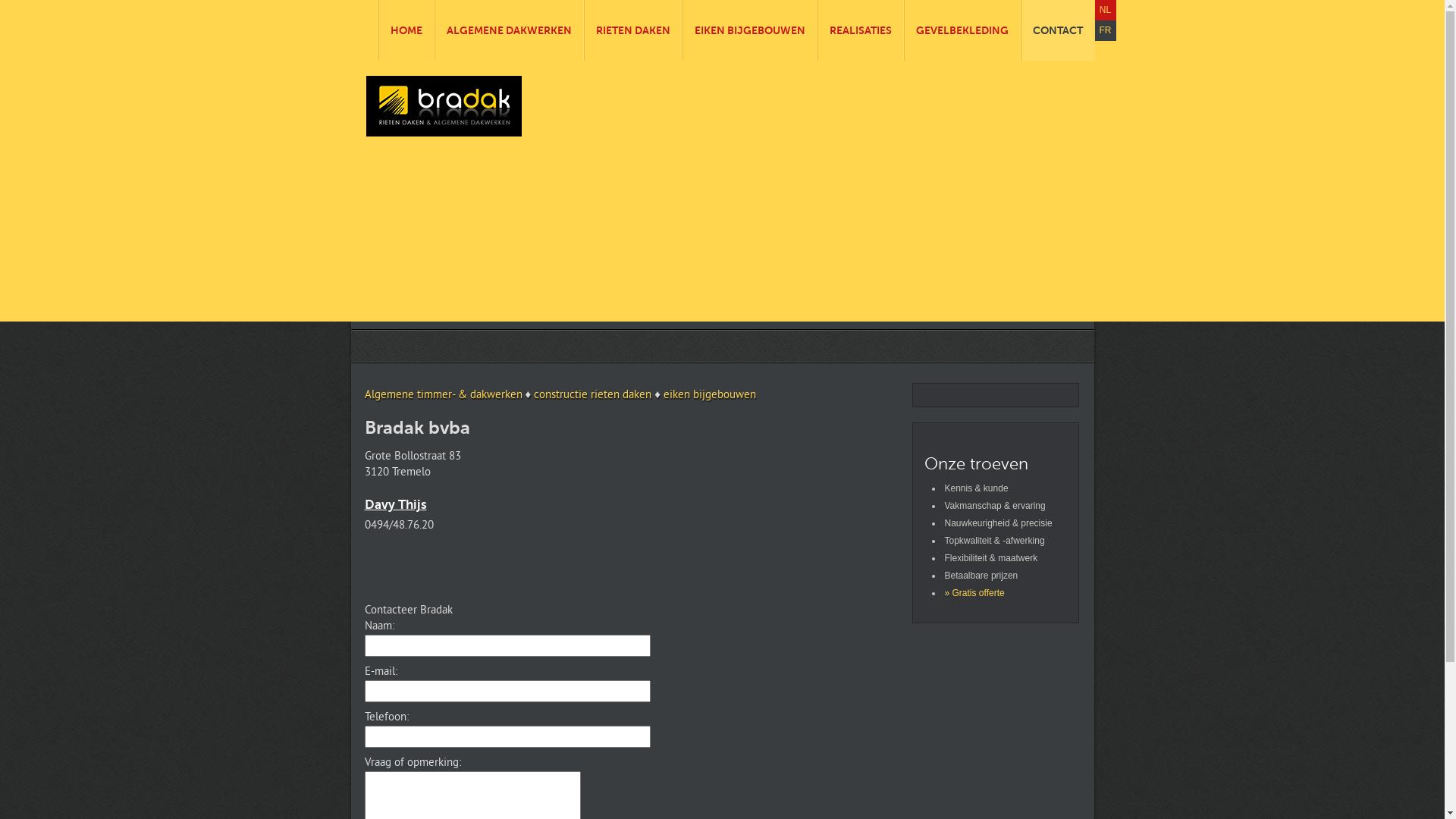 The height and width of the screenshot is (819, 1456). Describe the element at coordinates (1106, 30) in the screenshot. I see `'FR'` at that location.